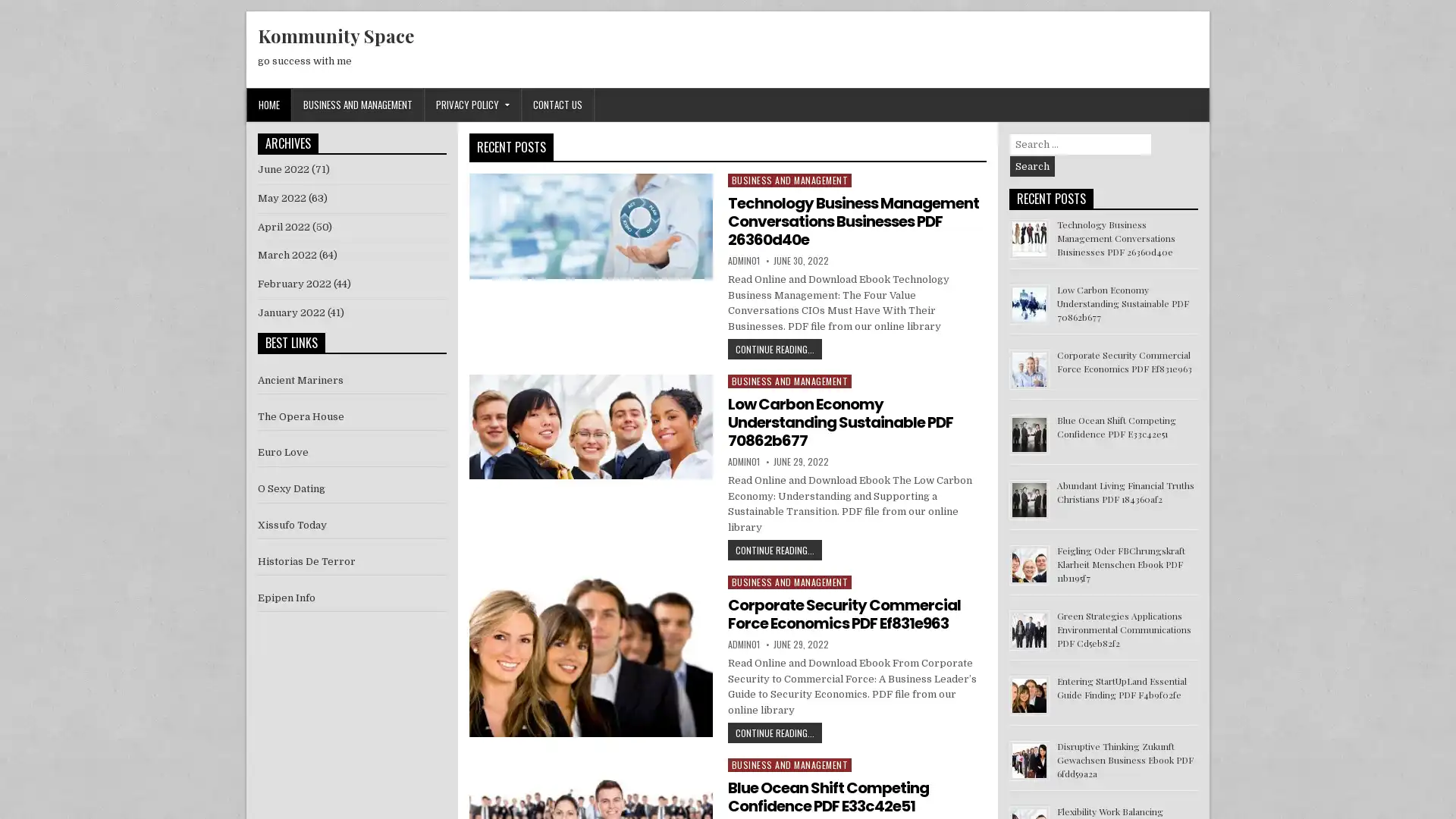 This screenshot has width=1456, height=819. I want to click on Search, so click(1031, 166).